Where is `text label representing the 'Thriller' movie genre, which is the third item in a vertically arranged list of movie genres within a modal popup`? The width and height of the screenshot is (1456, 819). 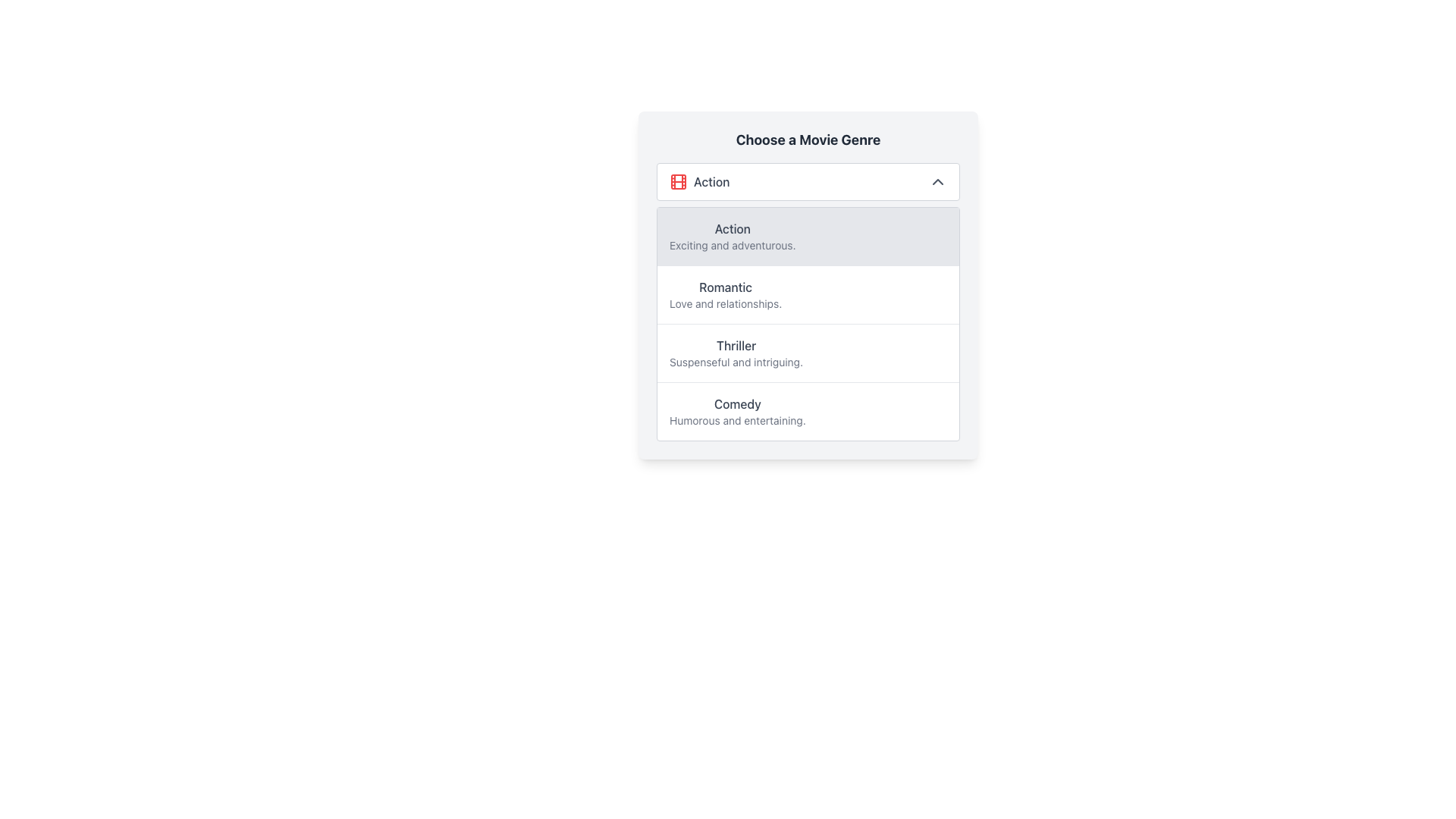
text label representing the 'Thriller' movie genre, which is the third item in a vertically arranged list of movie genres within a modal popup is located at coordinates (736, 345).